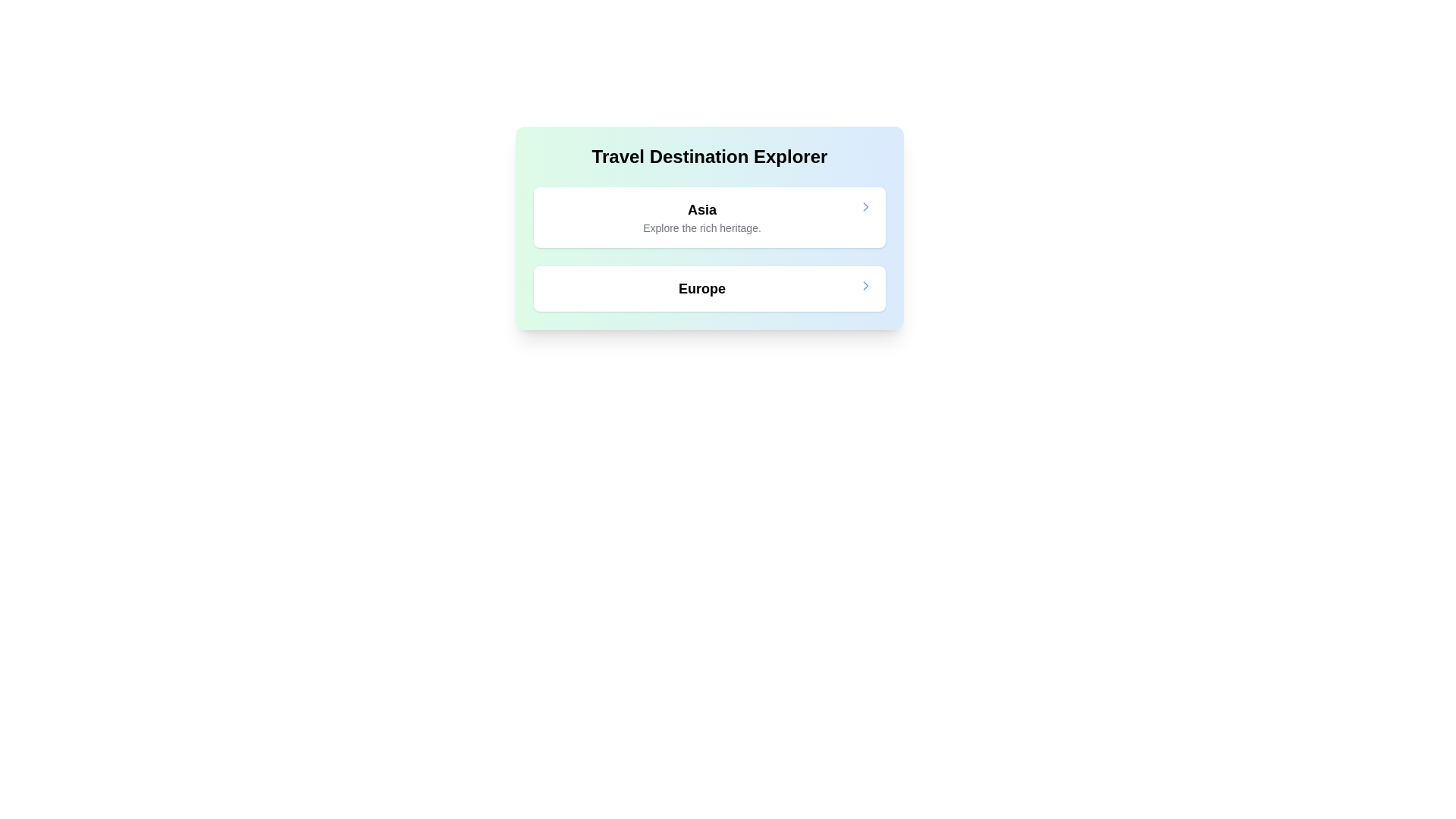 This screenshot has width=1456, height=819. I want to click on the descriptive text label located beneath the 'Asia' title within the 'Travel Destination Explorer' section, so click(701, 227).